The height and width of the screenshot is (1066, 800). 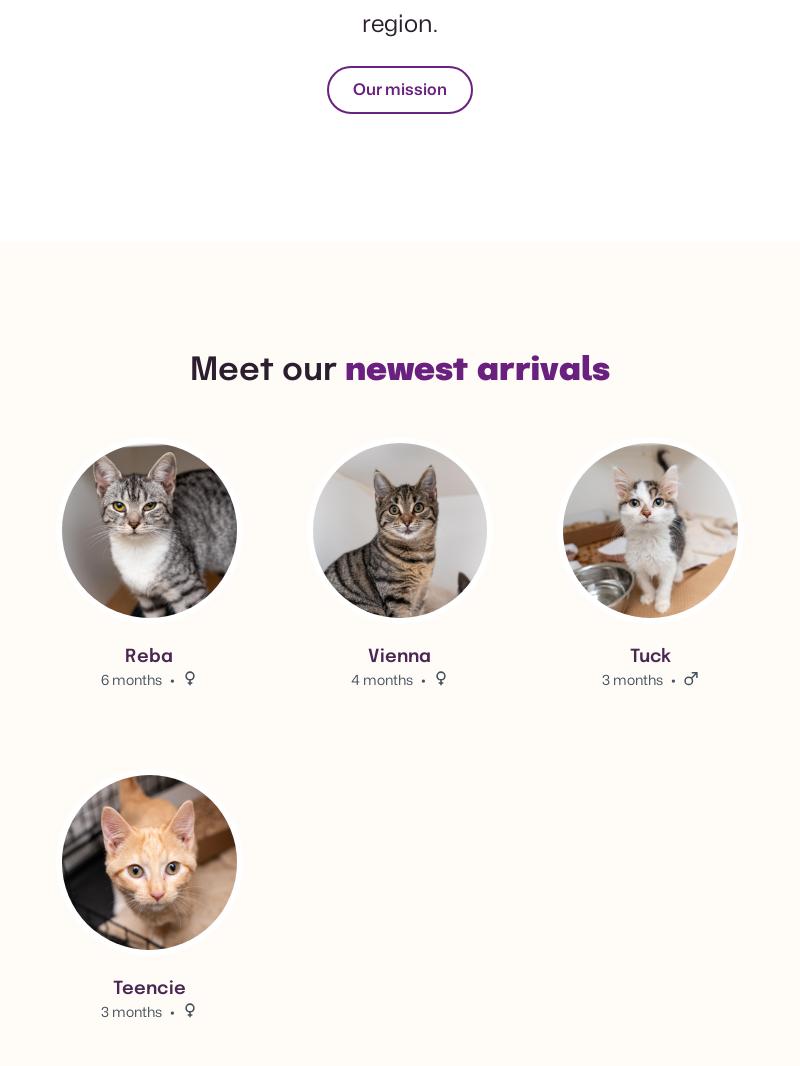 What do you see at coordinates (267, 371) in the screenshot?
I see `'Meet our'` at bounding box center [267, 371].